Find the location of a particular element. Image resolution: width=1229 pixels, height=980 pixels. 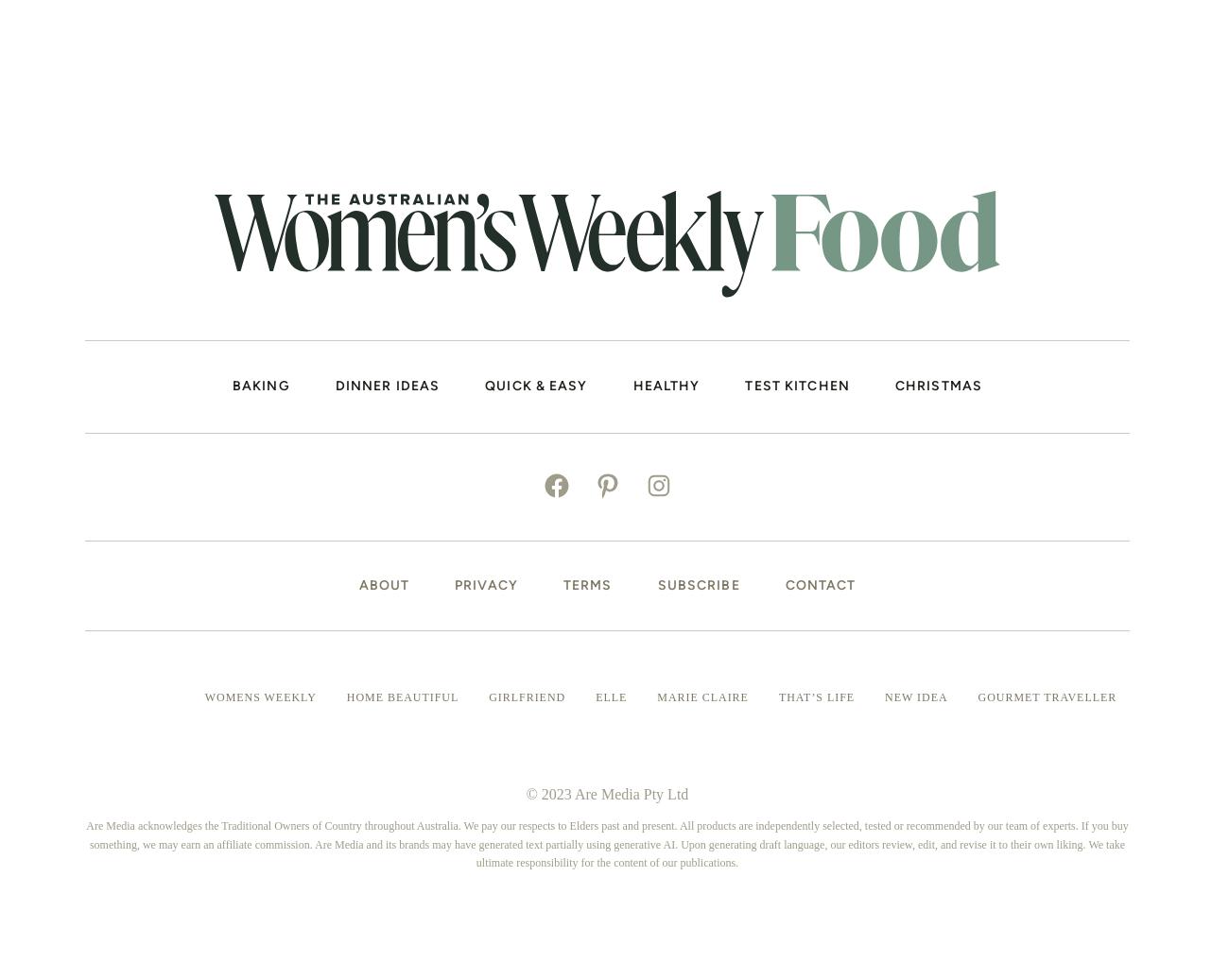

'Test Kitchen' is located at coordinates (797, 384).